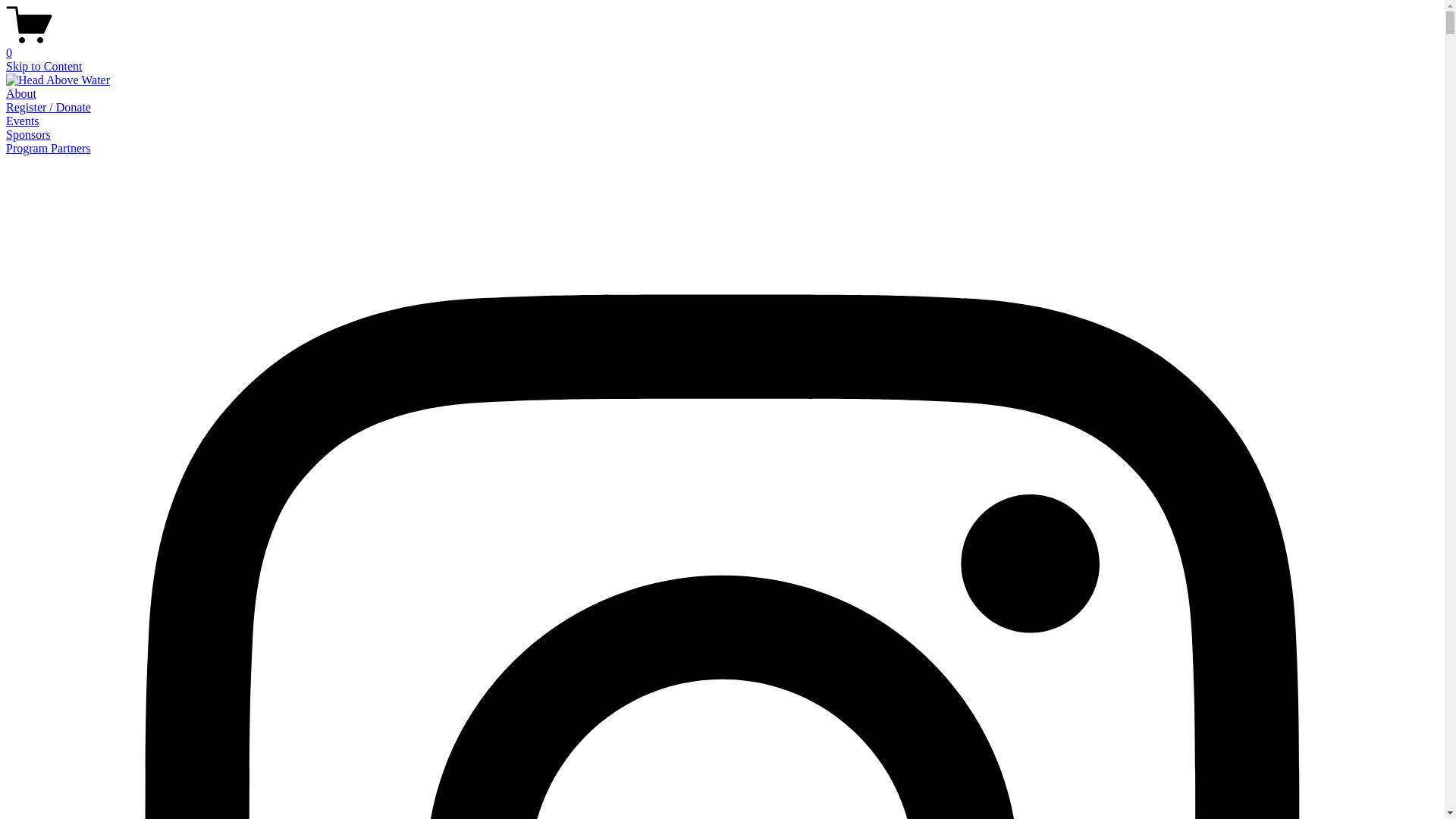 Image resolution: width=1456 pixels, height=819 pixels. I want to click on 'About', so click(6, 93).